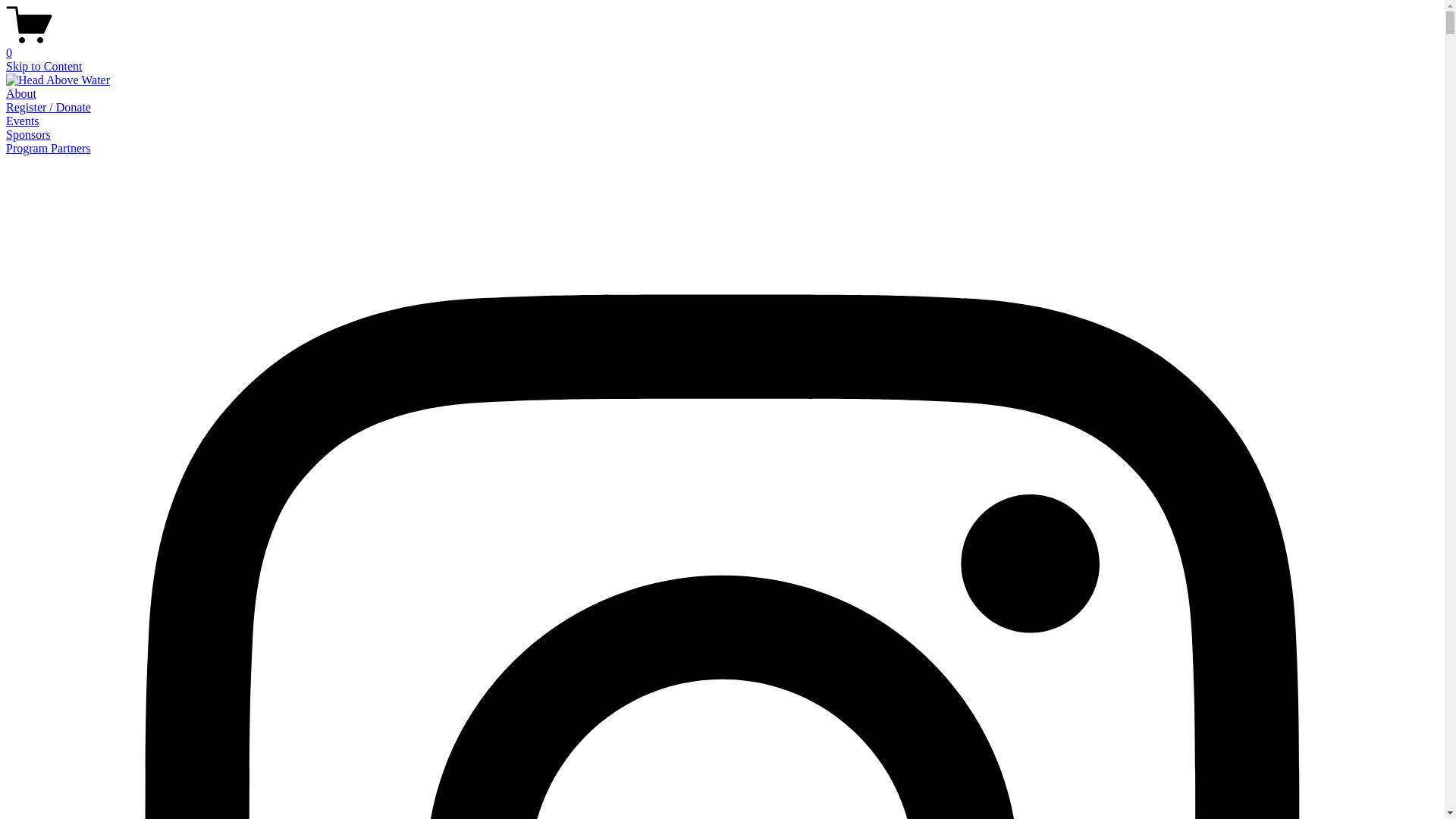 Image resolution: width=1456 pixels, height=819 pixels. I want to click on 'About', so click(6, 93).